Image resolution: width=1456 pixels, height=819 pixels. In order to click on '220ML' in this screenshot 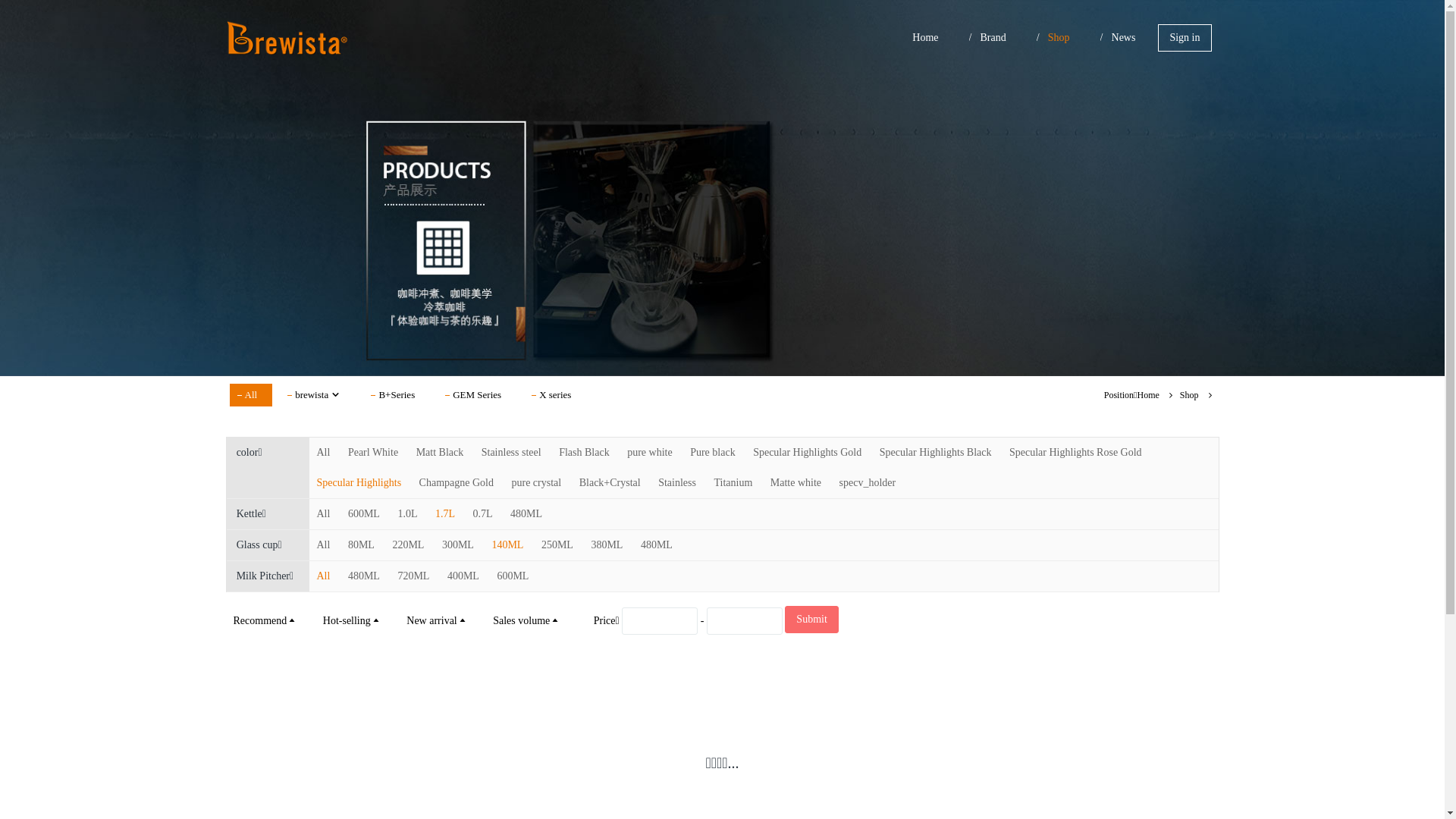, I will do `click(384, 544)`.